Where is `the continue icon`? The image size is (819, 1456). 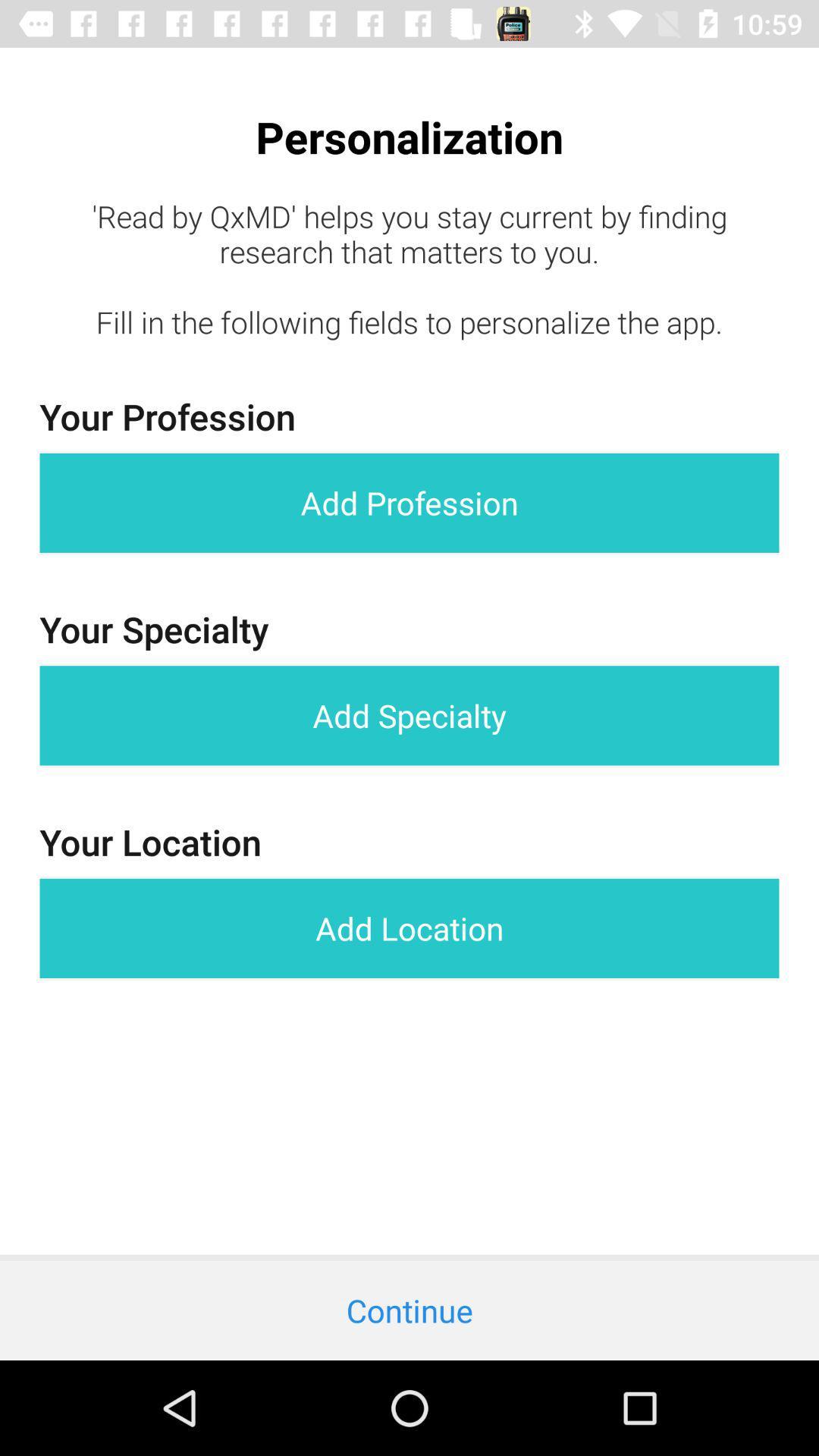 the continue icon is located at coordinates (409, 1310).